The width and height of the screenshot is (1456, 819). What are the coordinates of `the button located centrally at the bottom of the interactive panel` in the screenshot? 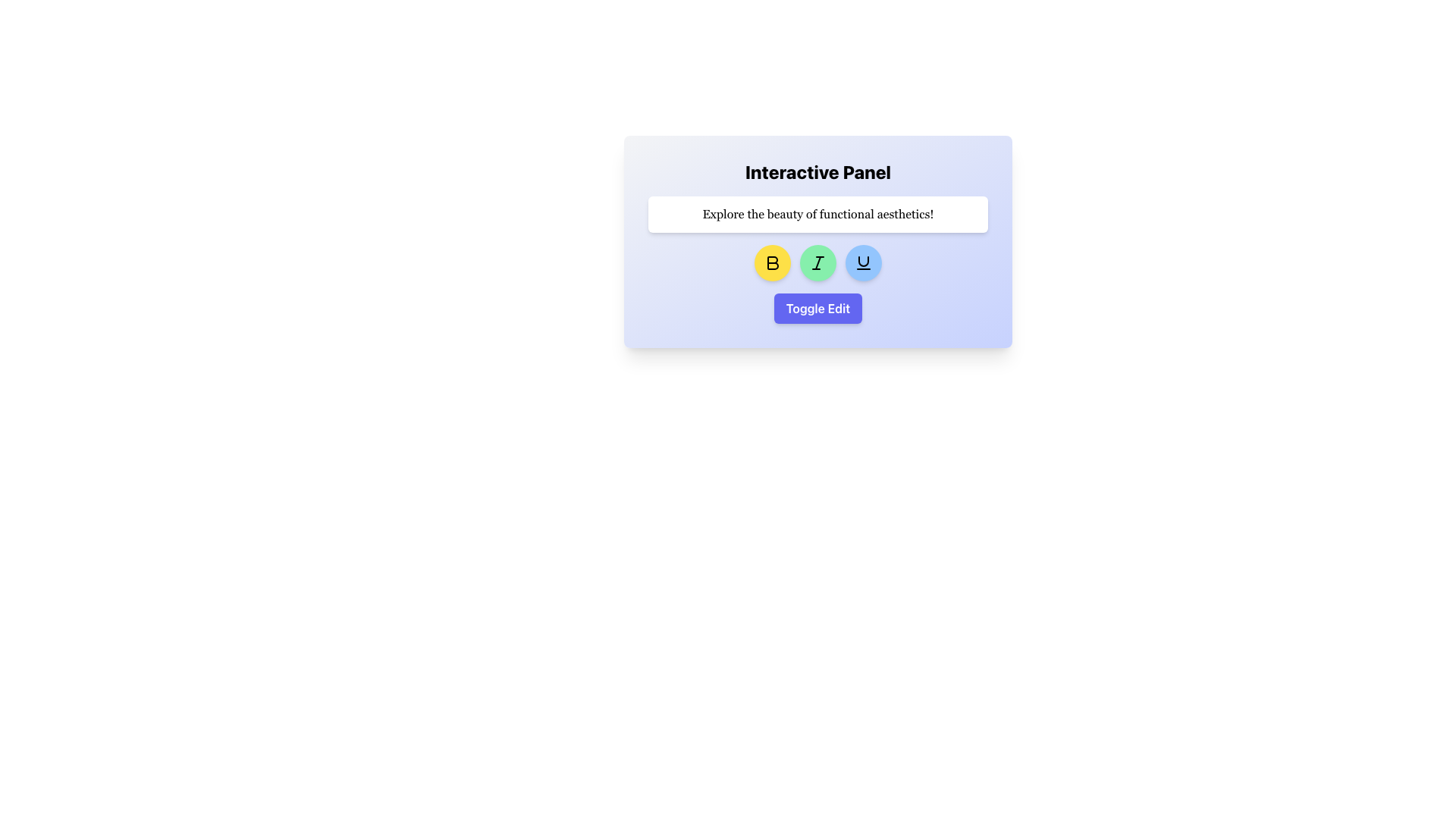 It's located at (817, 308).